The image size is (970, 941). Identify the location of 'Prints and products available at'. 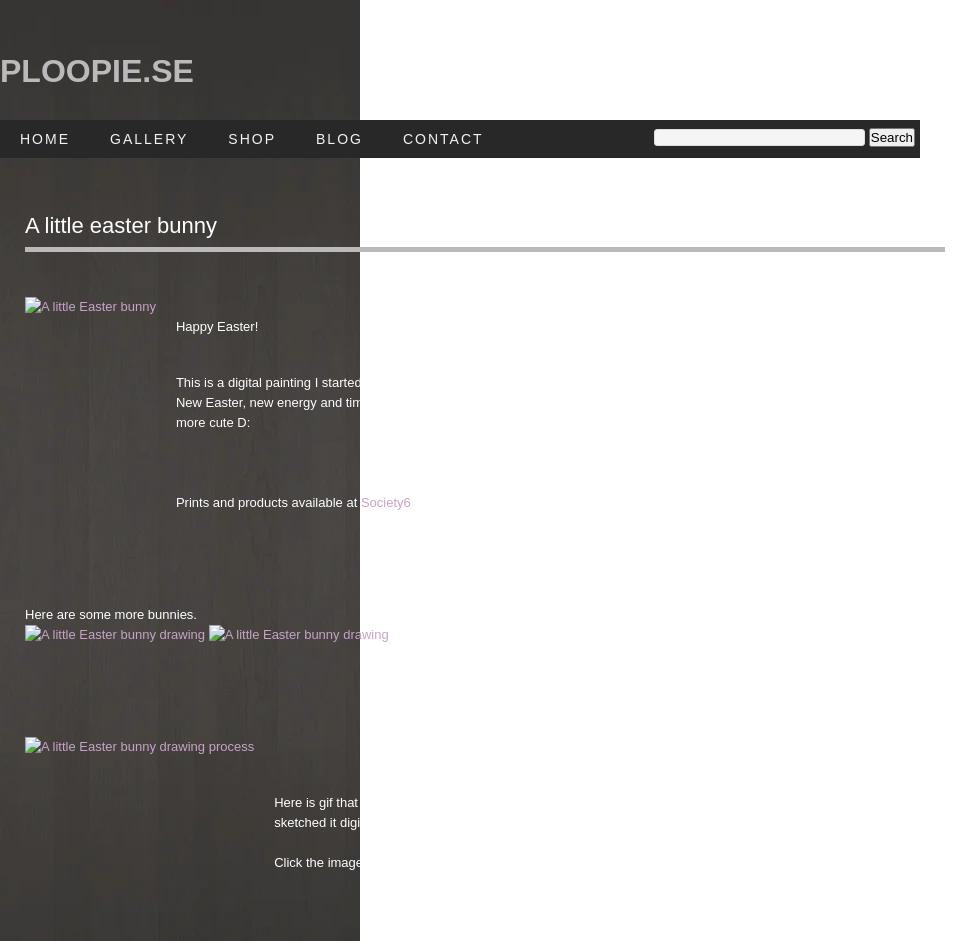
(266, 501).